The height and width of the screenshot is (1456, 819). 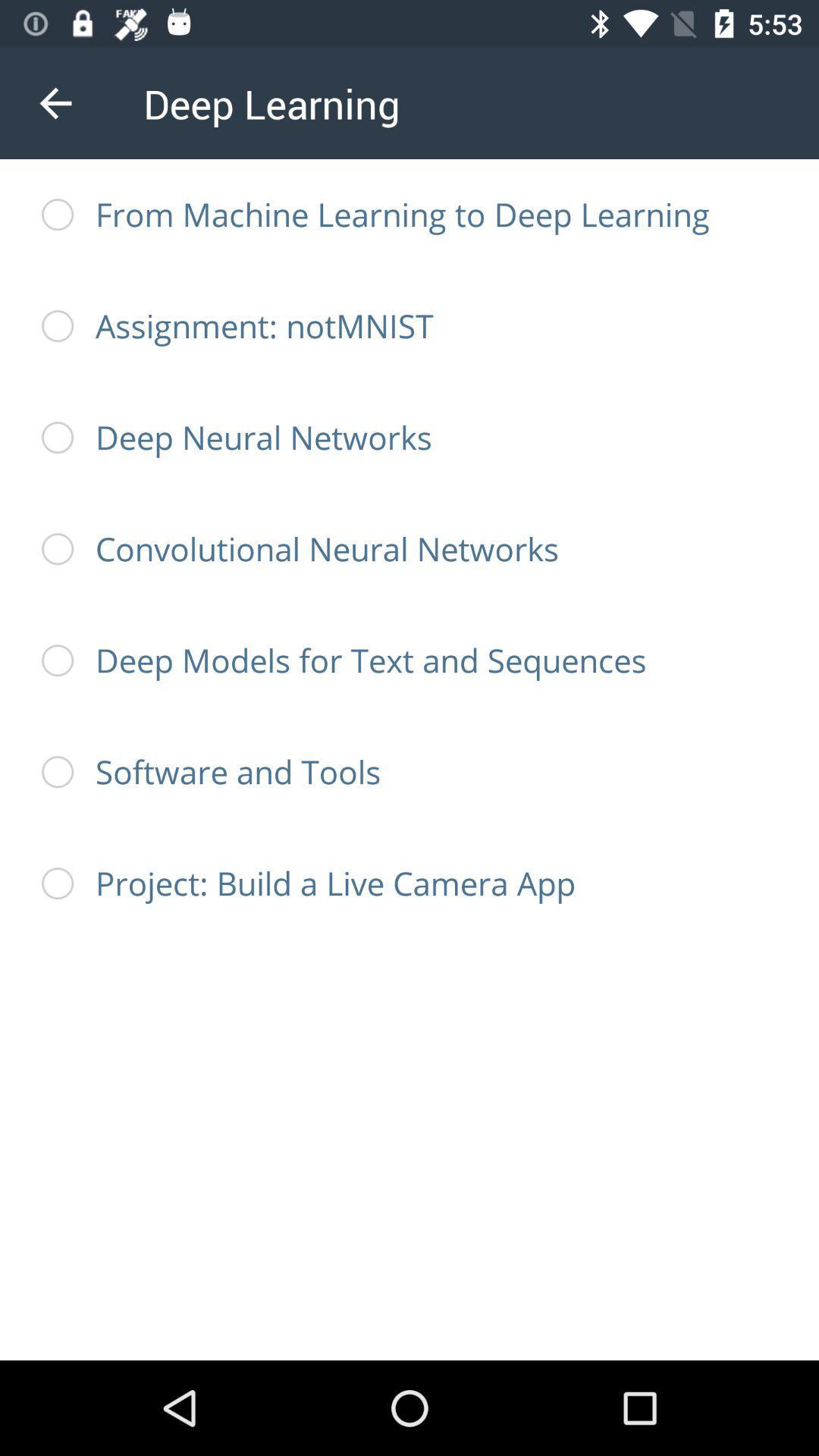 I want to click on the icon above the from machine learning item, so click(x=55, y=102).